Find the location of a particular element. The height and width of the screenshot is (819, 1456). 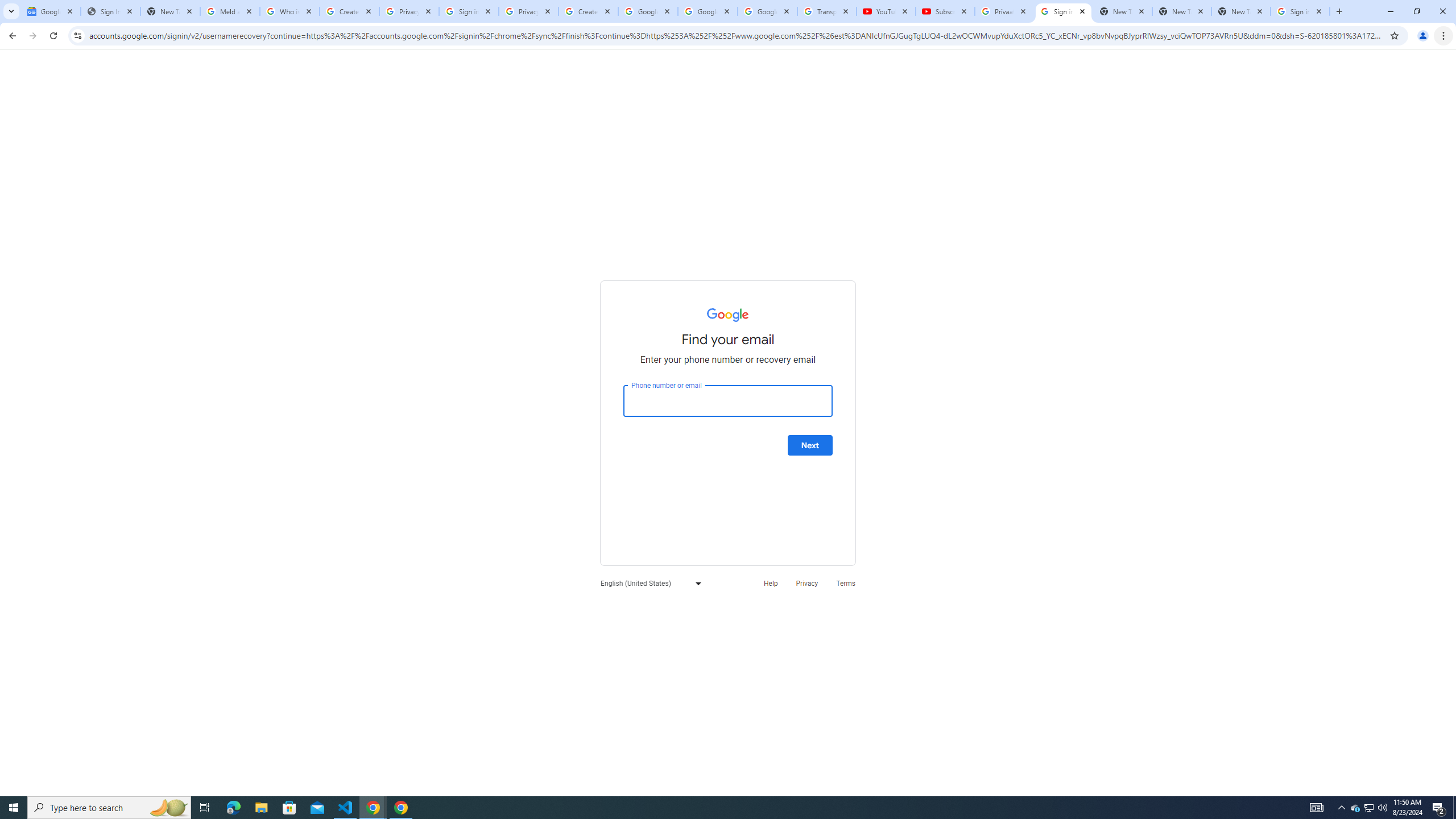

'Minimize' is located at coordinates (1389, 11).